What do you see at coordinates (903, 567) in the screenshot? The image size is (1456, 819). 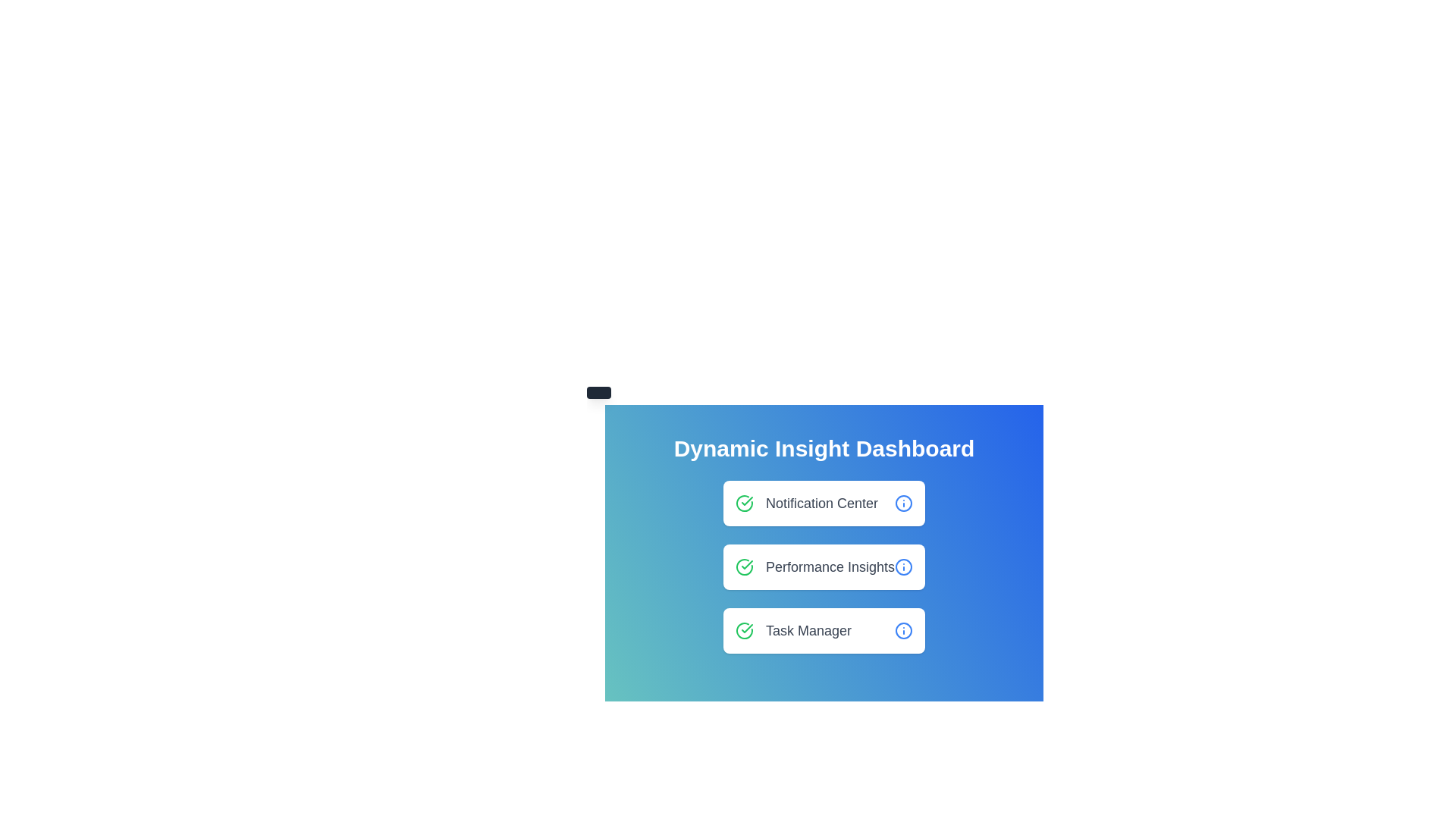 I see `the circular icon associated with the 'Performance Insights' label, located in the middle row of the blue-themed UI, to the right of the text` at bounding box center [903, 567].